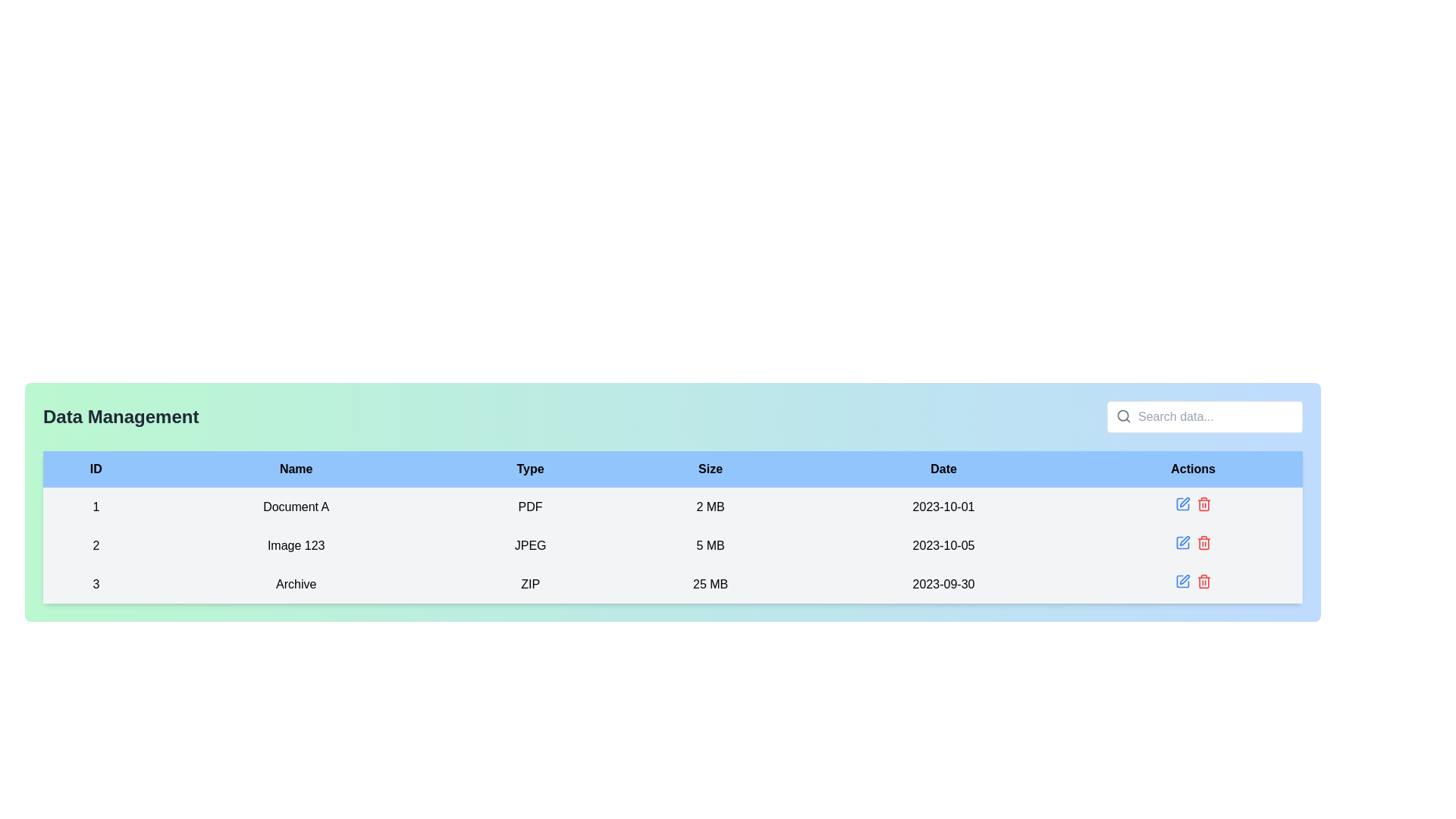  I want to click on number '2' located in the light gray rectangular cell of the table, which is positioned in the second row and first column, so click(95, 544).